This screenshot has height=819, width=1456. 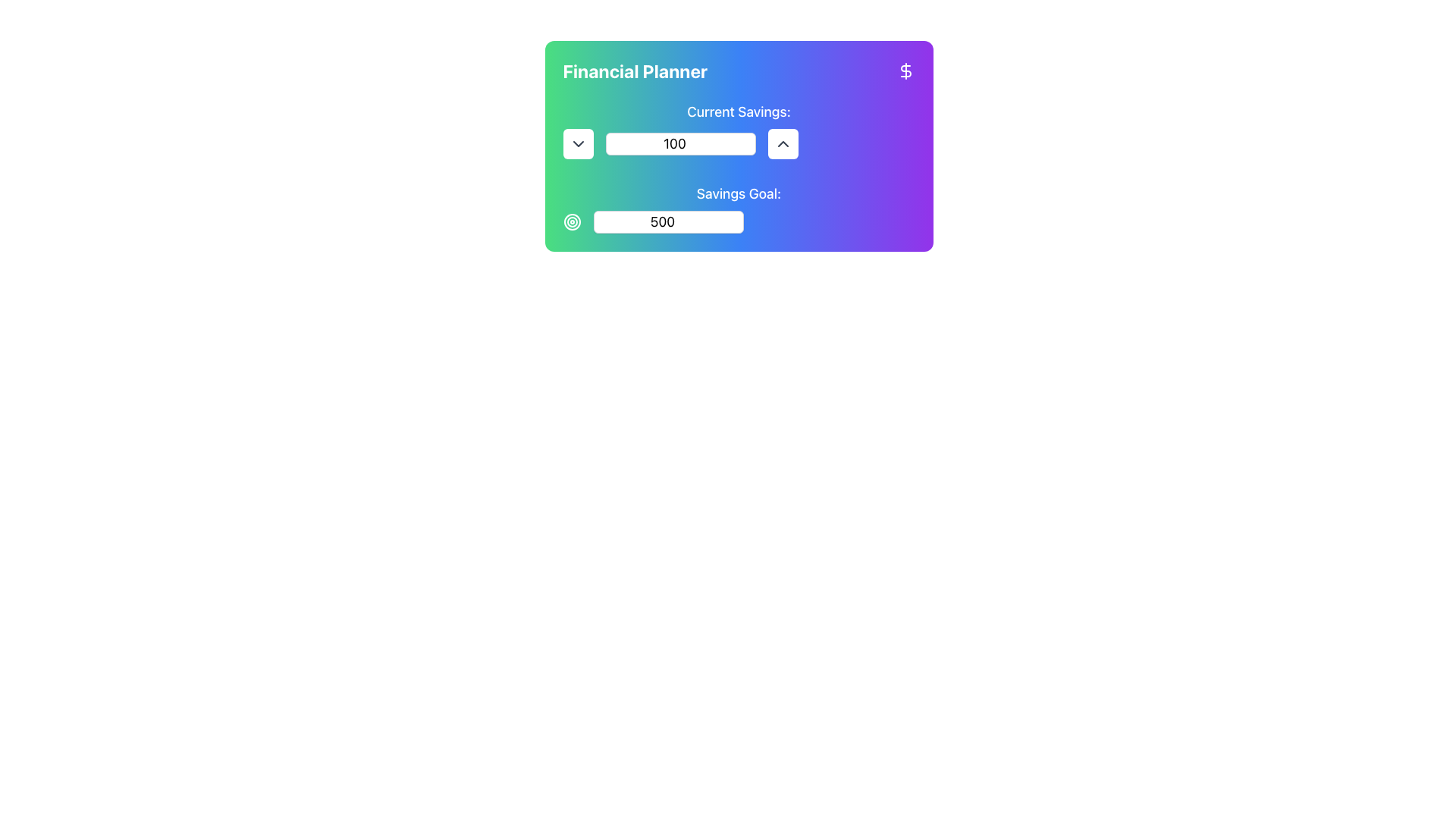 What do you see at coordinates (635, 71) in the screenshot?
I see `the text element that serves as the title for the financial planning interface, located at the top-left of a rectangular card interface` at bounding box center [635, 71].